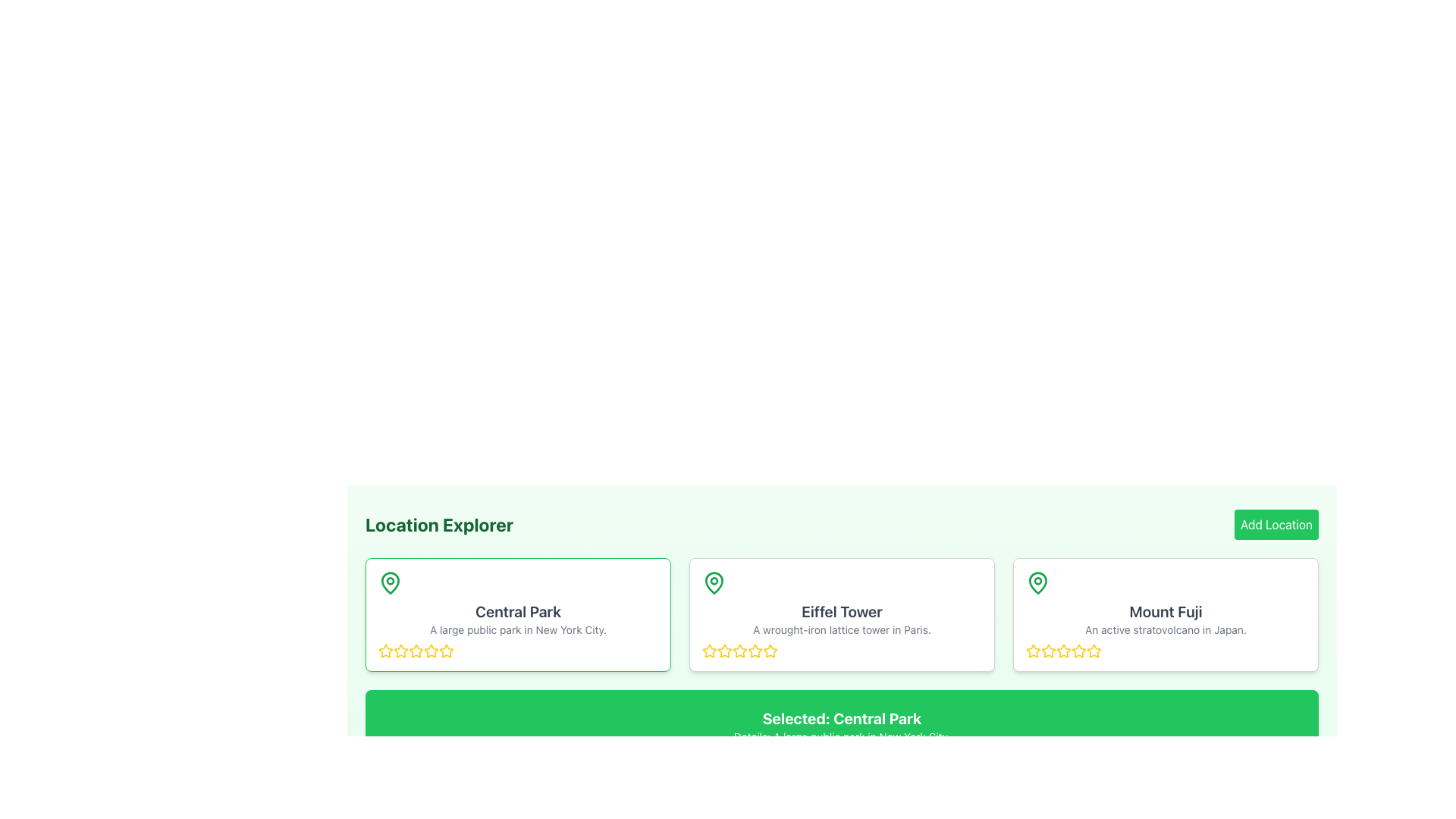 The height and width of the screenshot is (819, 1456). I want to click on the rating stars visually located at the bottom of the highlighted panel for 'Central Park', so click(518, 651).